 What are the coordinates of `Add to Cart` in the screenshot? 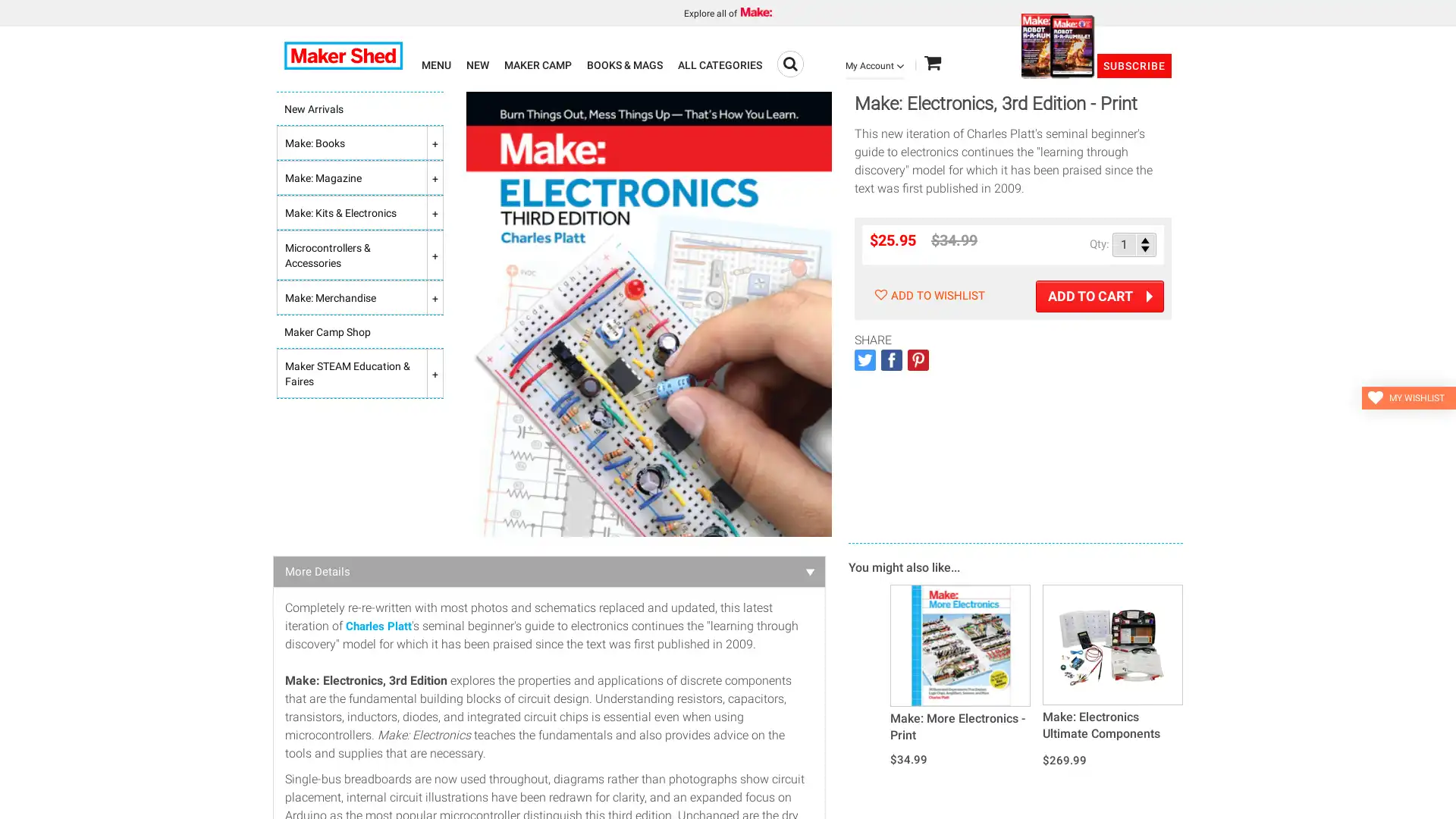 It's located at (1100, 296).